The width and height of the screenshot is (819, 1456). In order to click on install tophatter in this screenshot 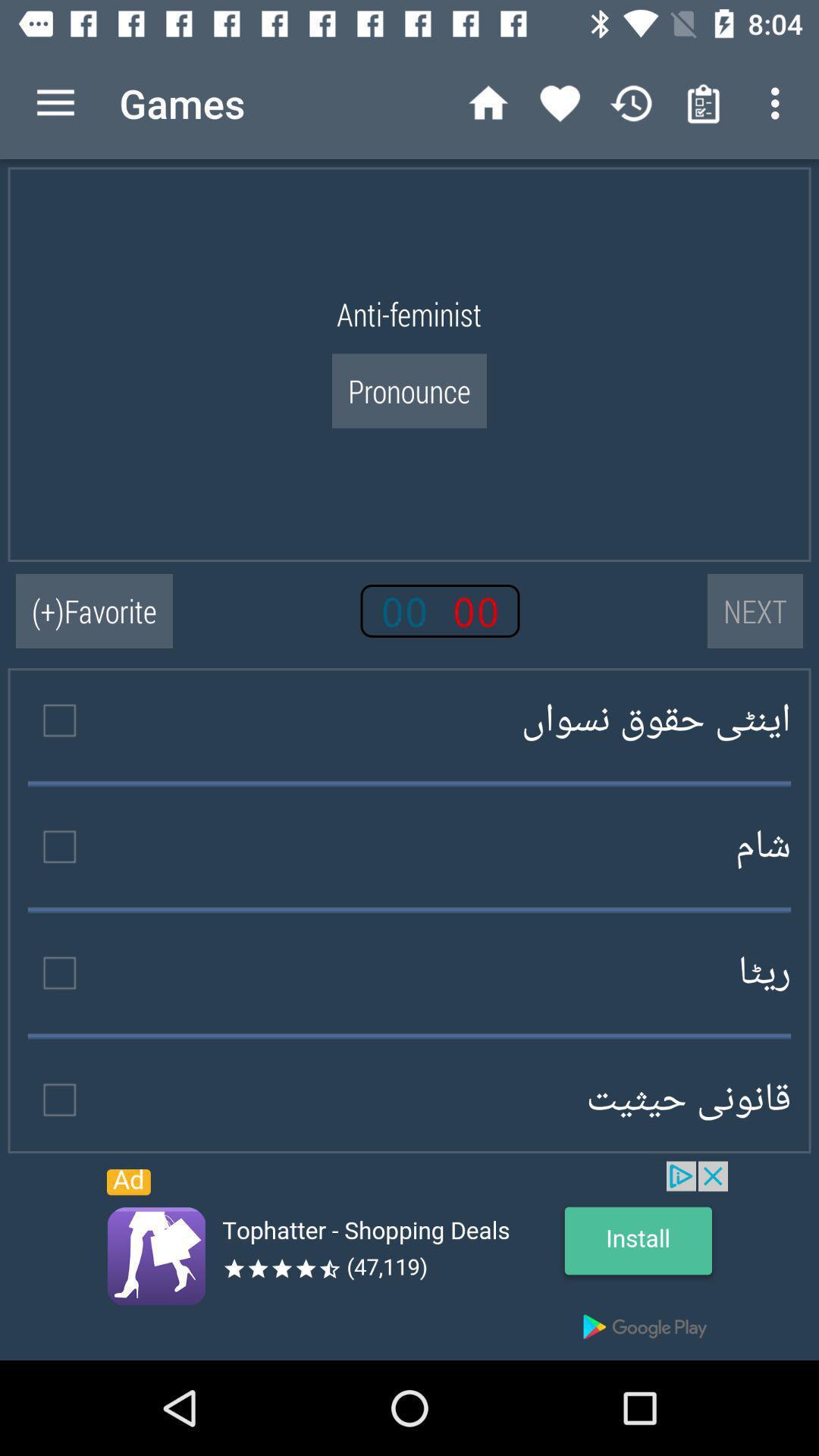, I will do `click(409, 1260)`.